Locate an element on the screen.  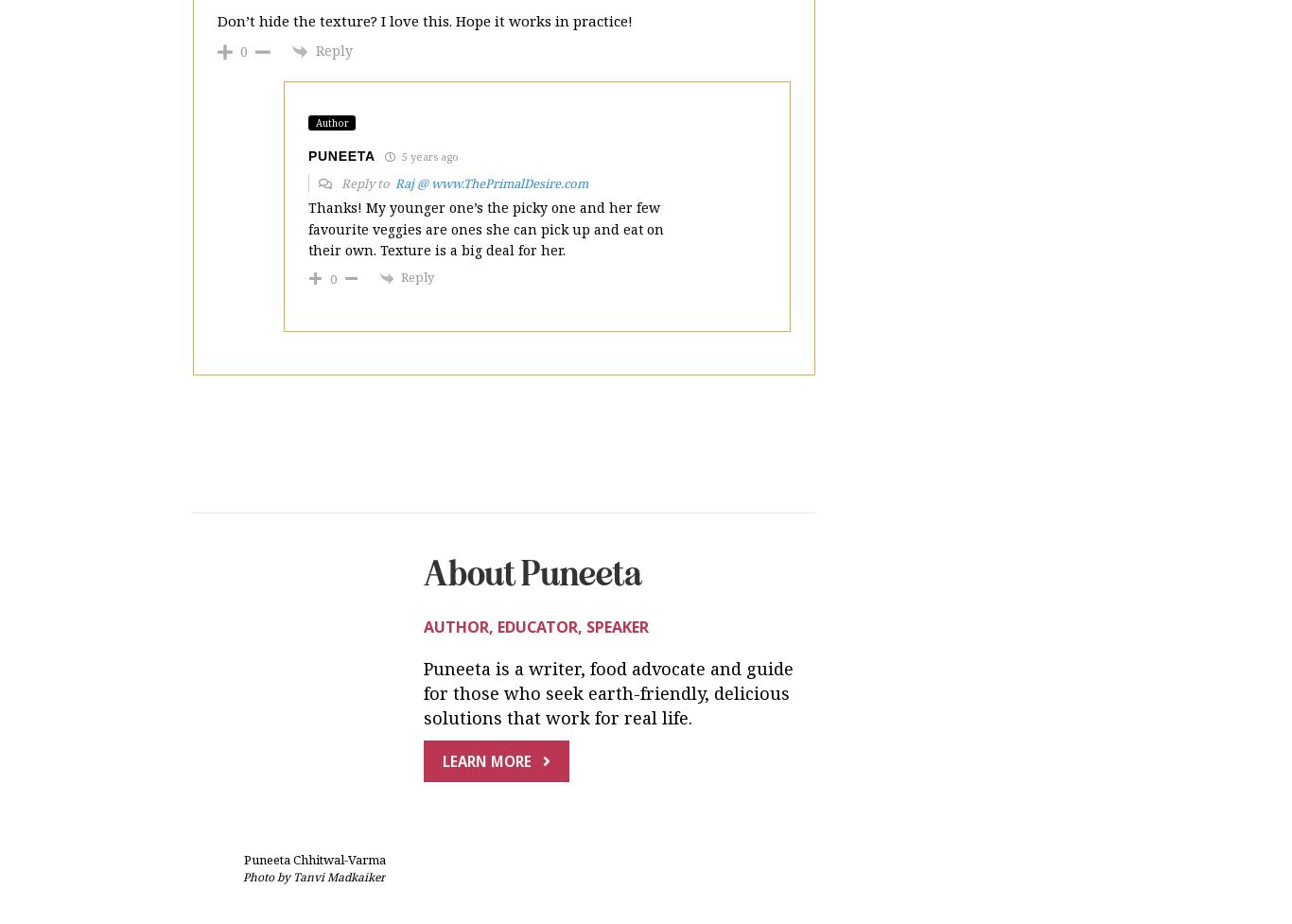
'Thanks! My younger one’s the picky one and her few favourite veggies are ones she can pick up and eat on their own. Texture is a big deal for her.' is located at coordinates (486, 72).